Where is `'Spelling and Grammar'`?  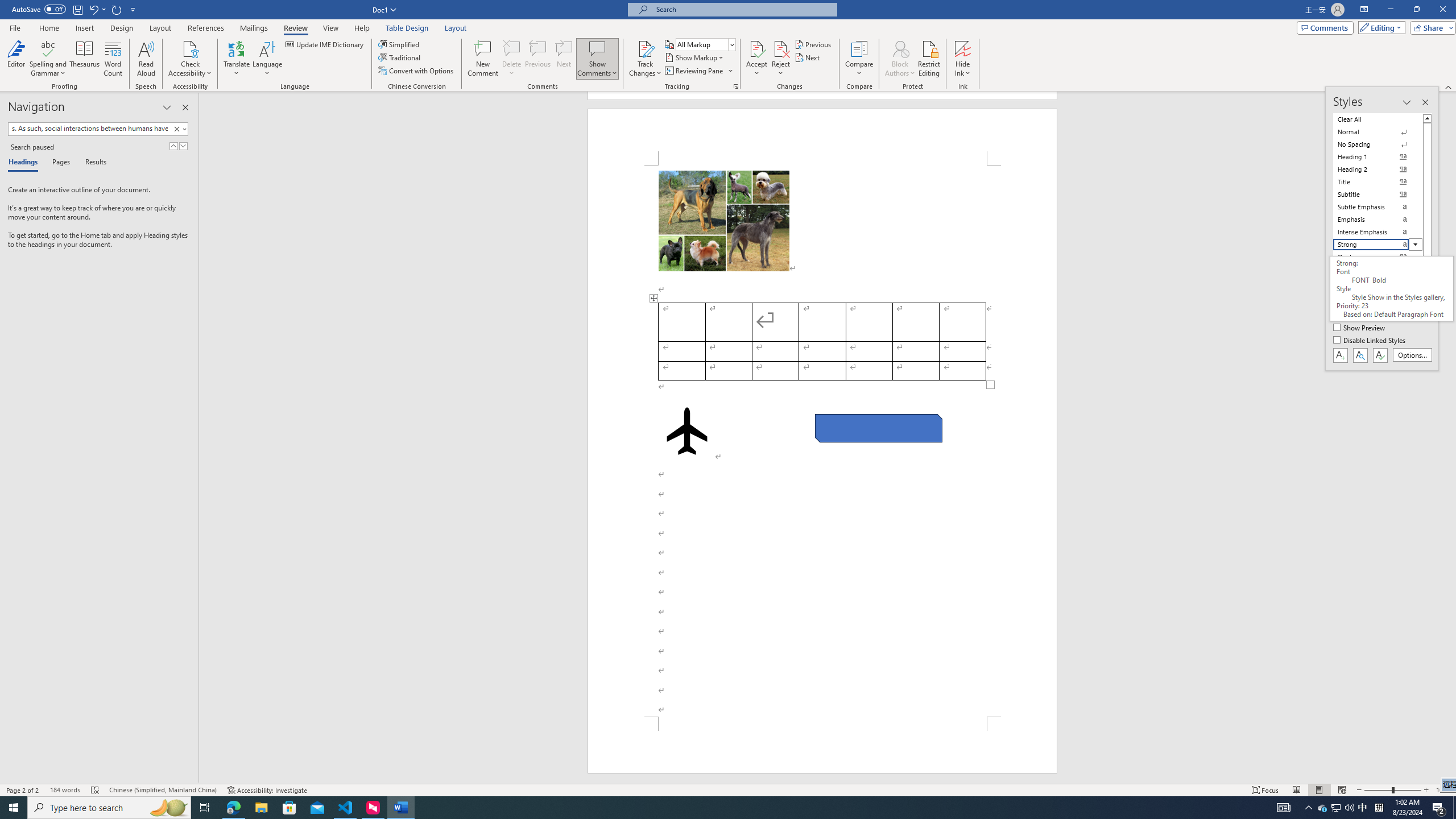
'Spelling and Grammar' is located at coordinates (48, 59).